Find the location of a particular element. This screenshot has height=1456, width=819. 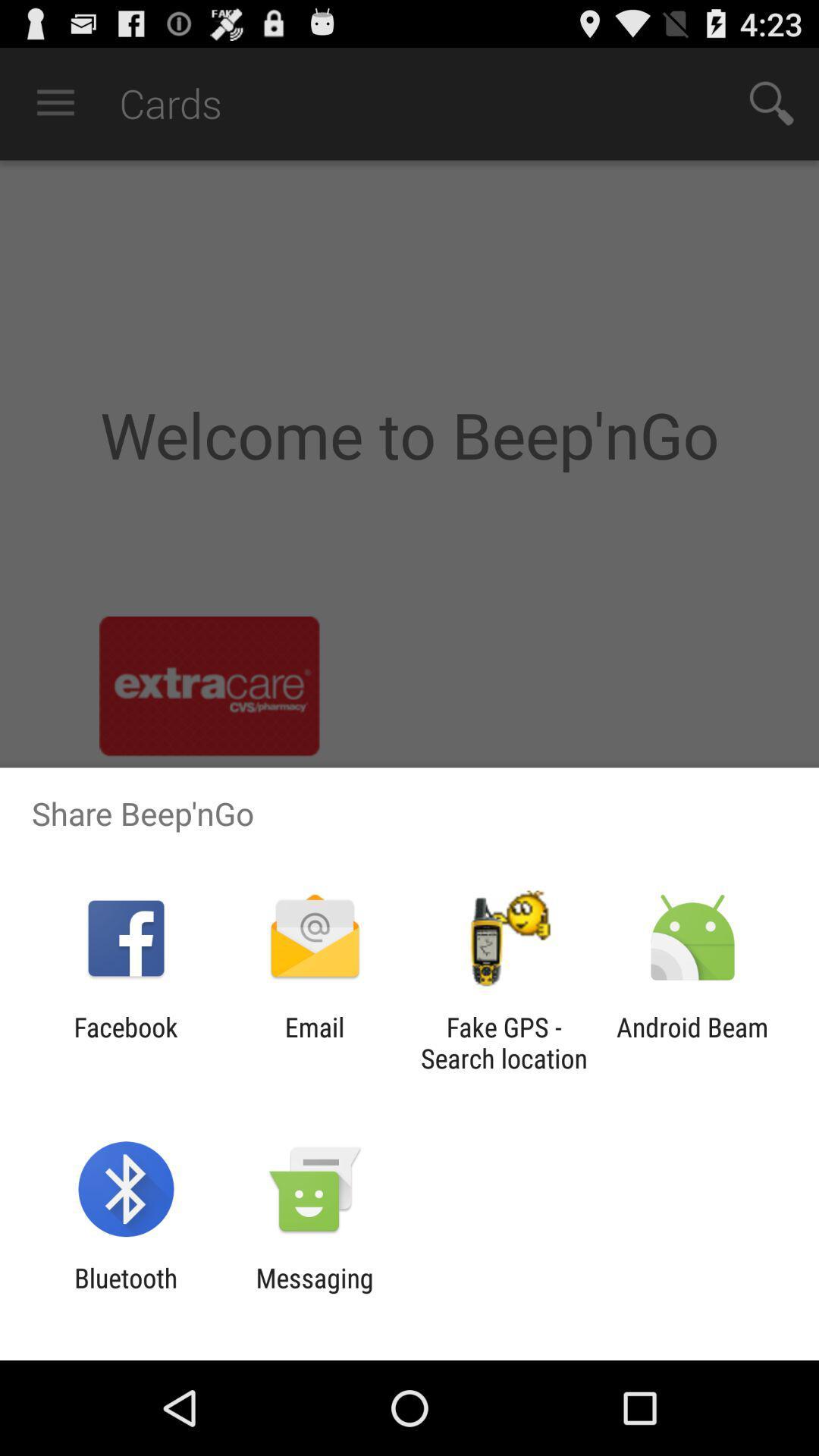

item to the left of fake gps search item is located at coordinates (314, 1042).